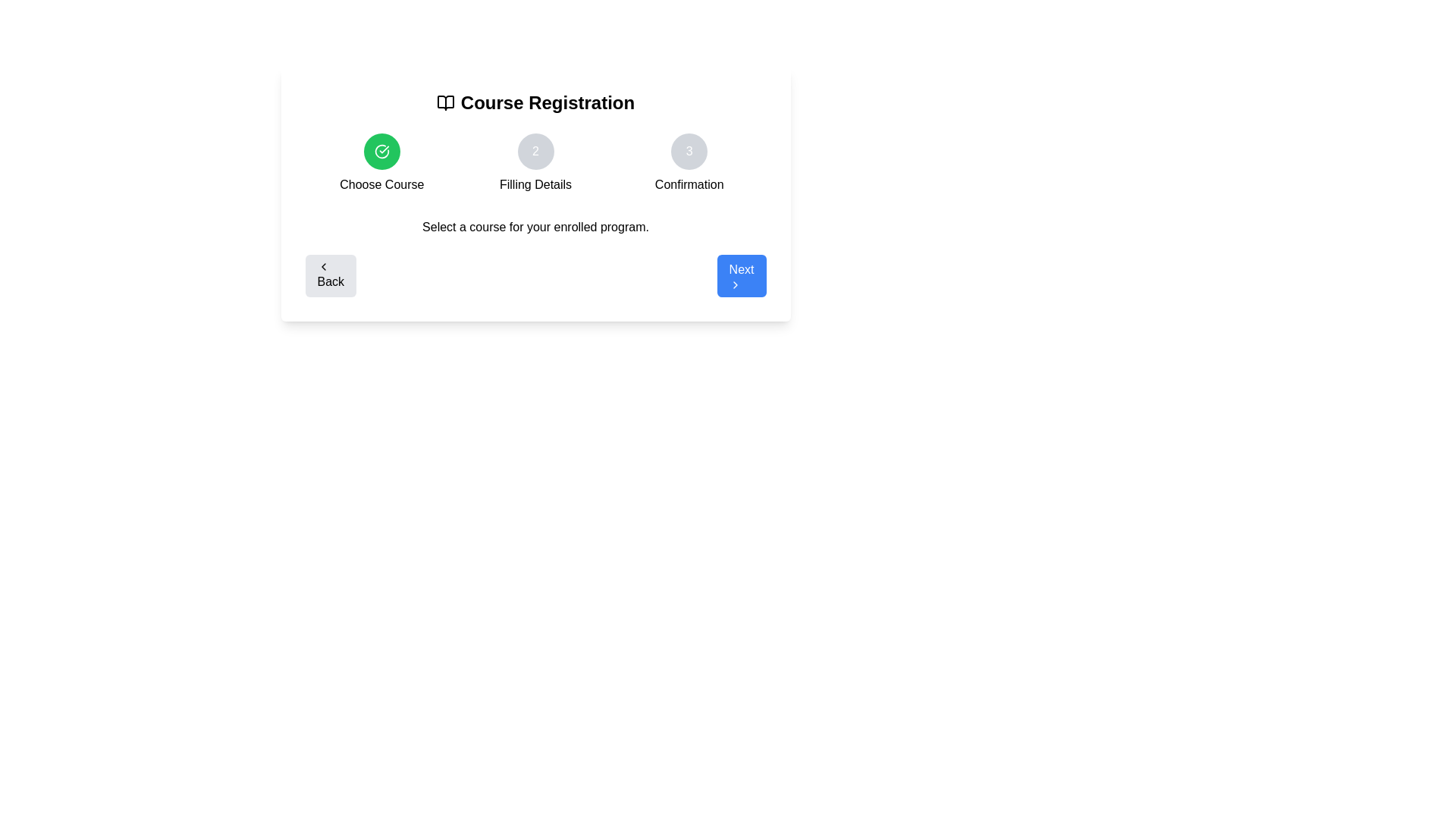  I want to click on the static text label displaying 'Select a course for your enrolled program.' which is centrally located below the progress indicators and above the navigation buttons, so click(535, 227).